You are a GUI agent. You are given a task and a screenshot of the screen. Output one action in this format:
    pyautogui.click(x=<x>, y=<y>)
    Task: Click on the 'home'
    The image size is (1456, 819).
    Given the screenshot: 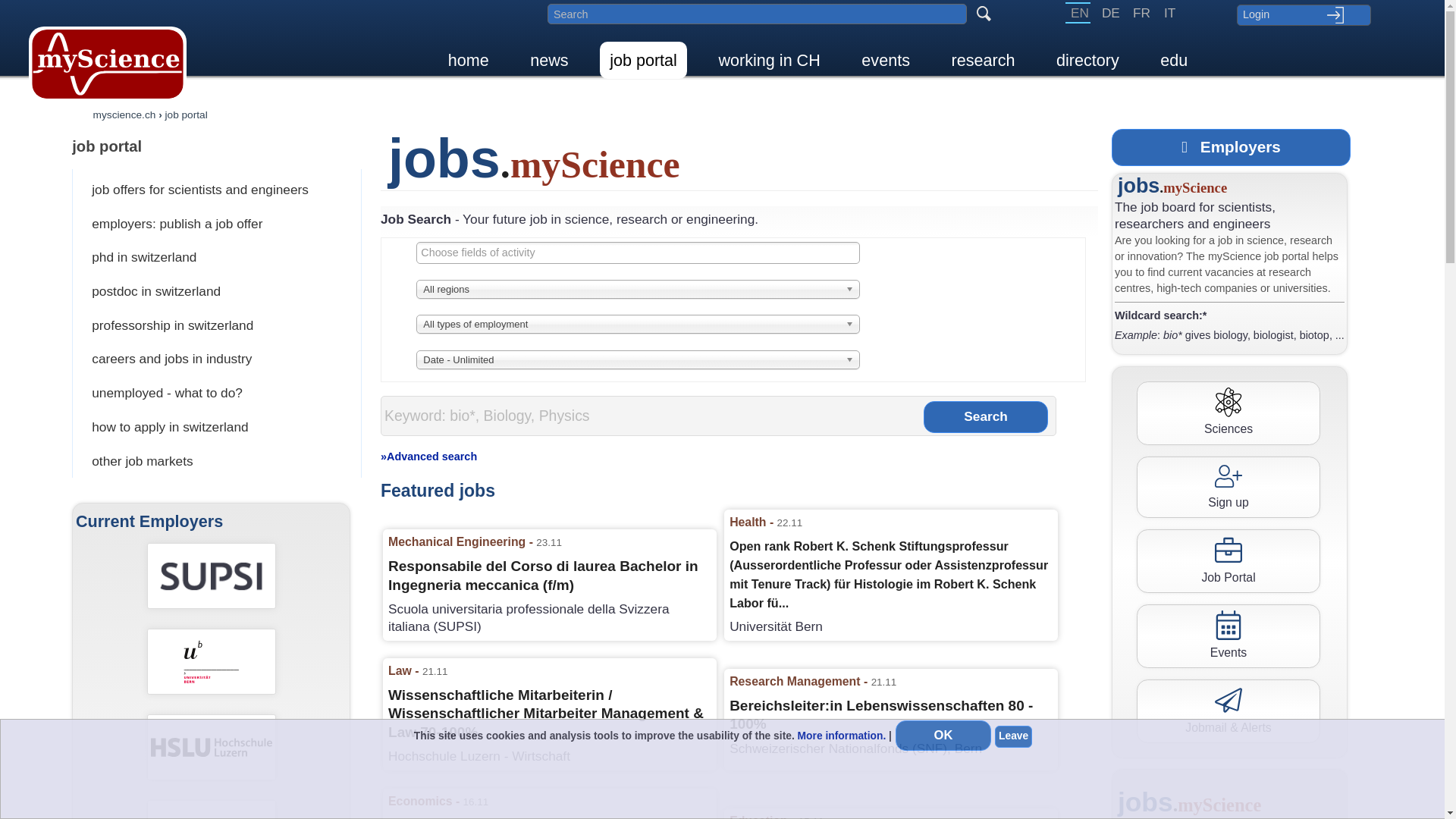 What is the action you would take?
    pyautogui.click(x=468, y=59)
    